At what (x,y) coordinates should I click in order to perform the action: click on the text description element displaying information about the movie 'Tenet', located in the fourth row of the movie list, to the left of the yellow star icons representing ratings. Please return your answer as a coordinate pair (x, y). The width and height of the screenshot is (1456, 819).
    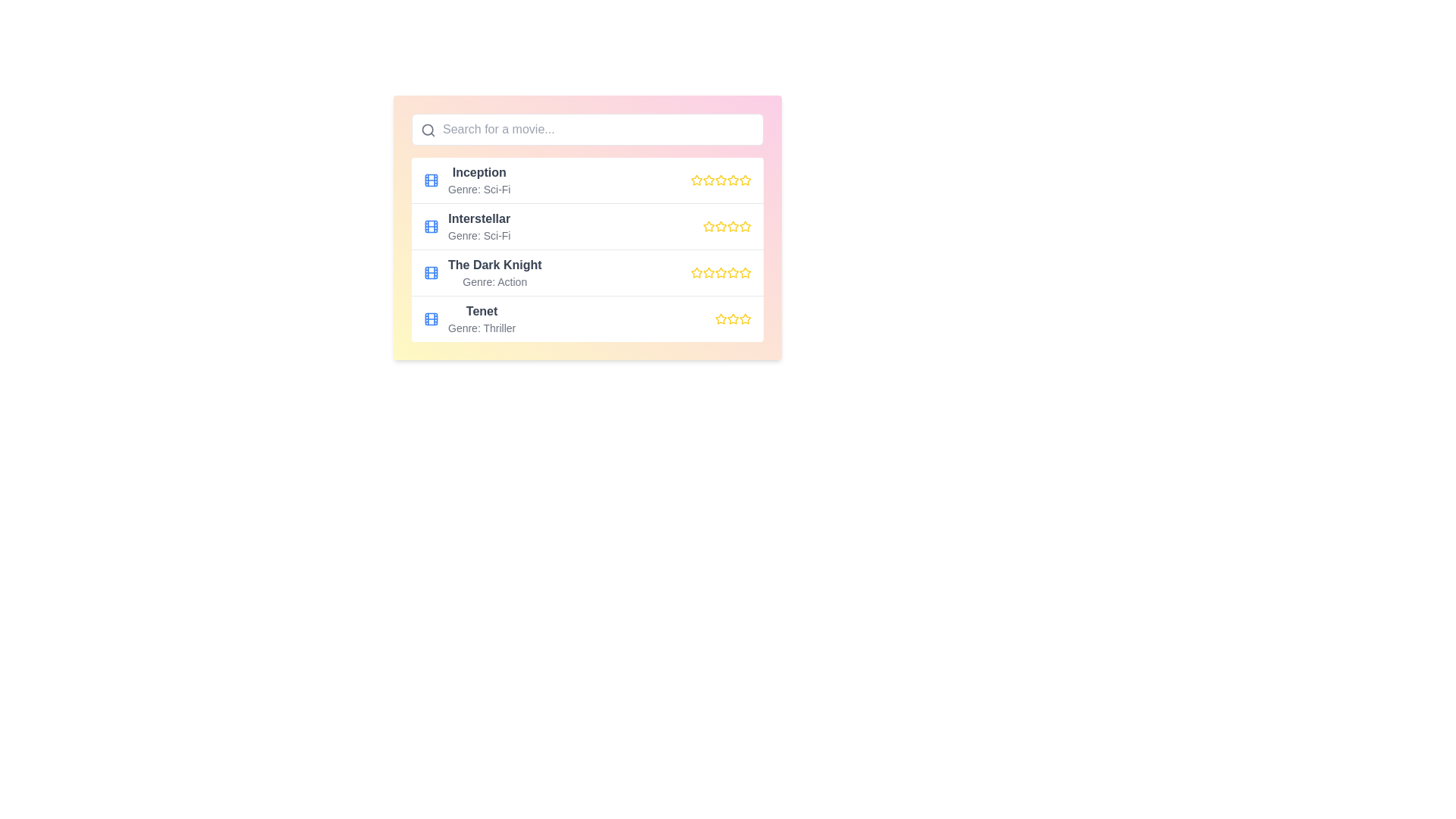
    Looking at the image, I should click on (469, 318).